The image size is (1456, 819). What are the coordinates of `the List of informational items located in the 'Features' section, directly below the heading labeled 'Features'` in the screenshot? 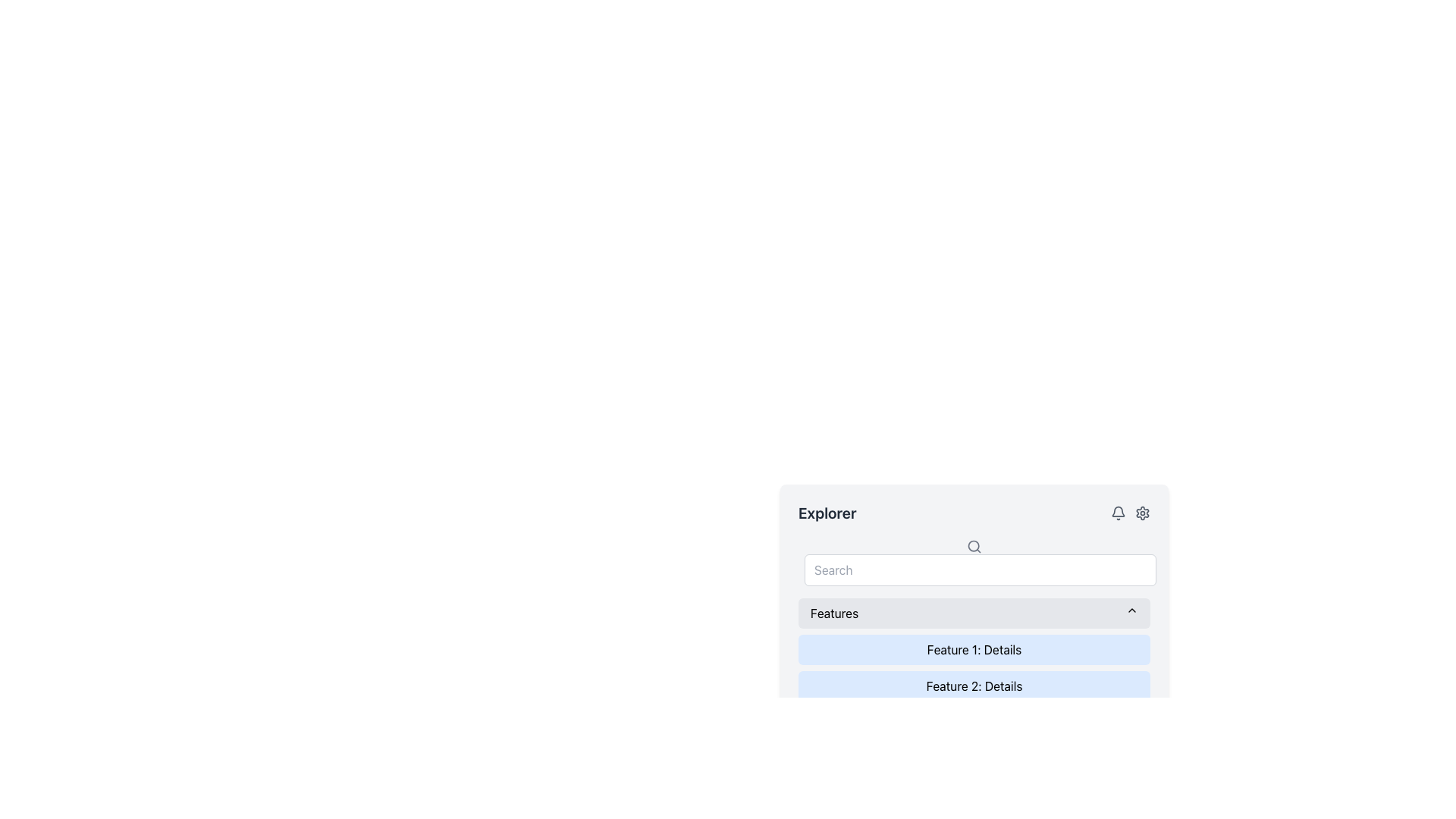 It's located at (974, 686).